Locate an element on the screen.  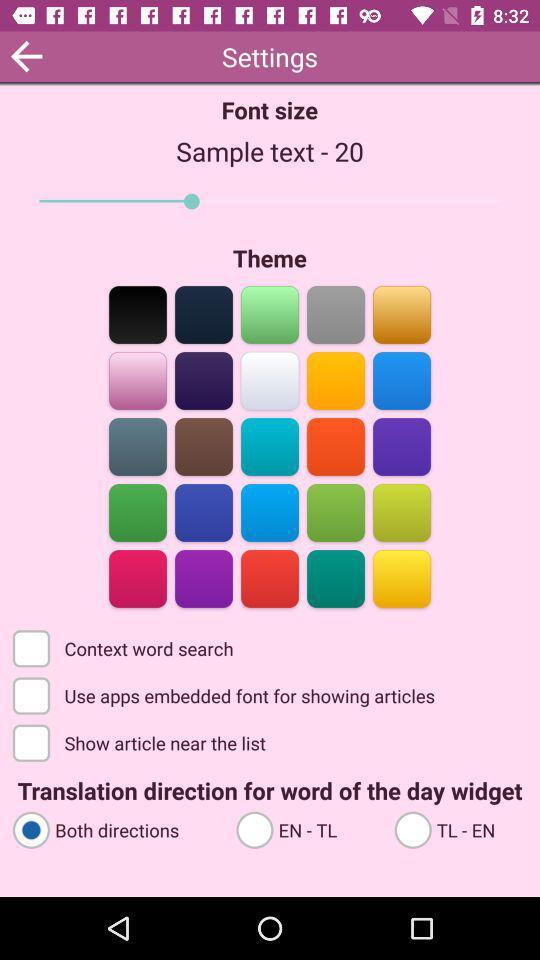
switches theme color to selected option is located at coordinates (270, 378).